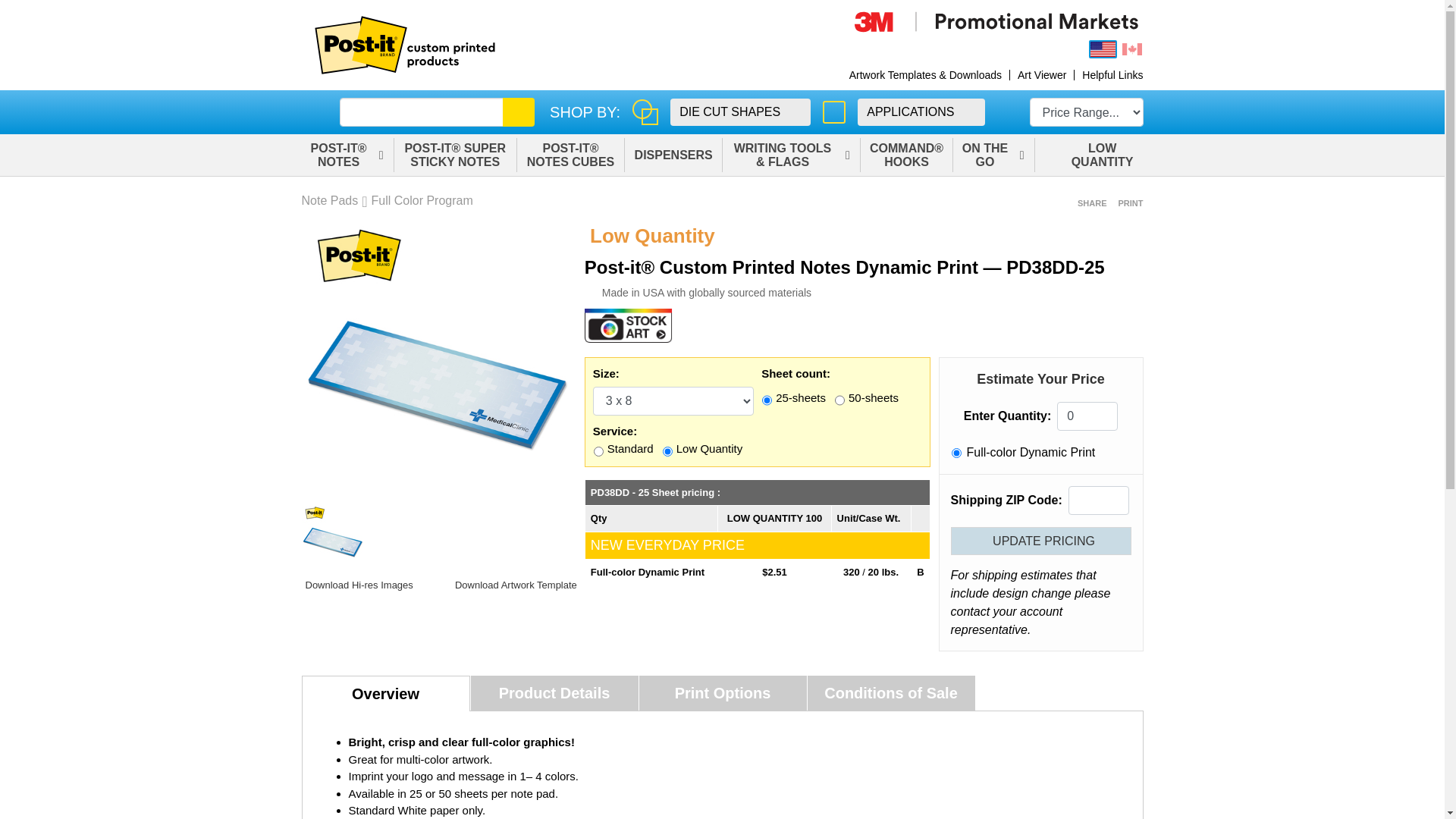 This screenshot has width=1456, height=819. I want to click on 'Artwork Templates & Downloads', so click(924, 75).